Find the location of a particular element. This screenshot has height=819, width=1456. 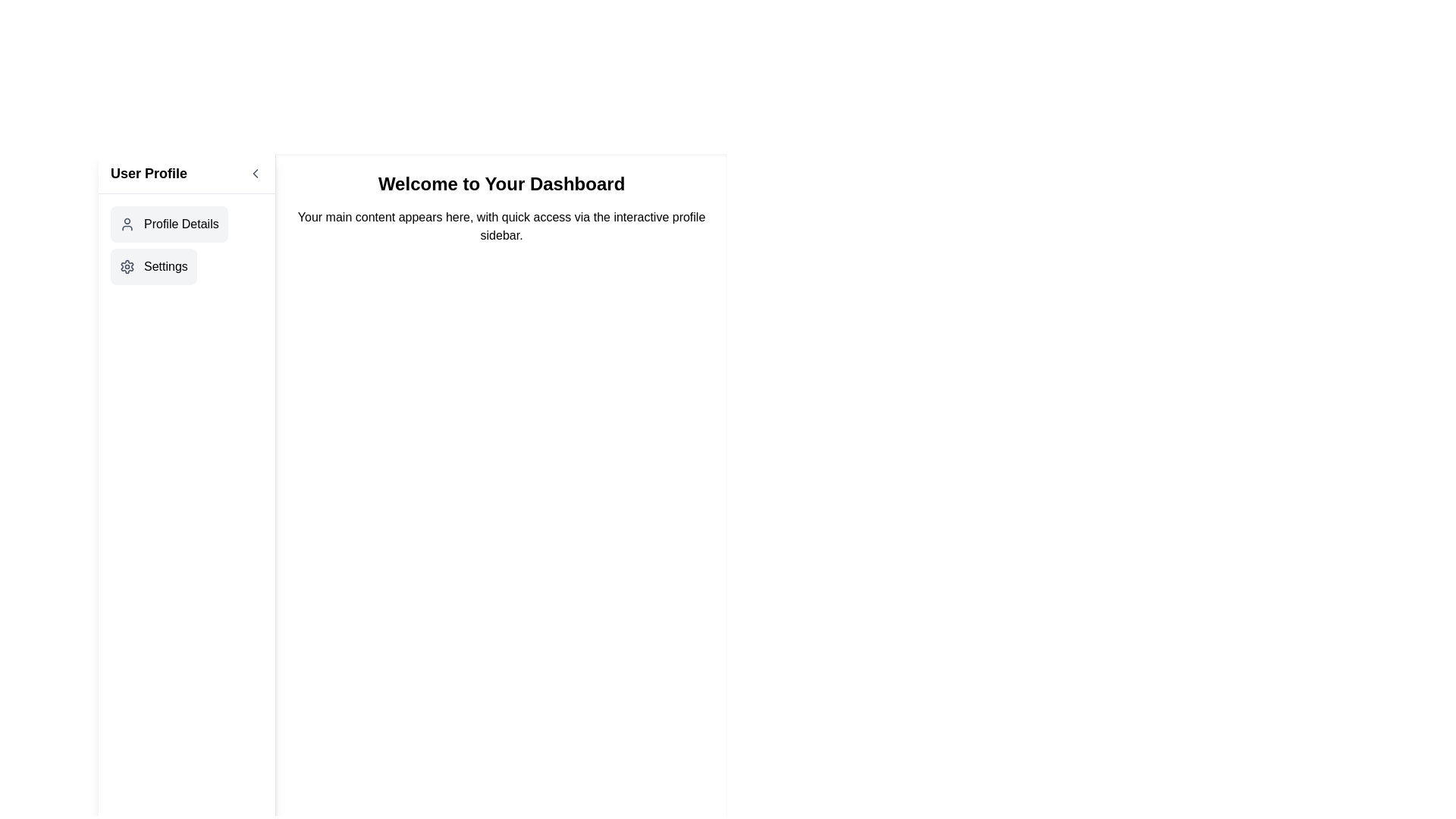

the text block that reads 'Your main content appears here, with quick access via the interactive profile sidebar,' which is centered below the bold text header is located at coordinates (501, 227).